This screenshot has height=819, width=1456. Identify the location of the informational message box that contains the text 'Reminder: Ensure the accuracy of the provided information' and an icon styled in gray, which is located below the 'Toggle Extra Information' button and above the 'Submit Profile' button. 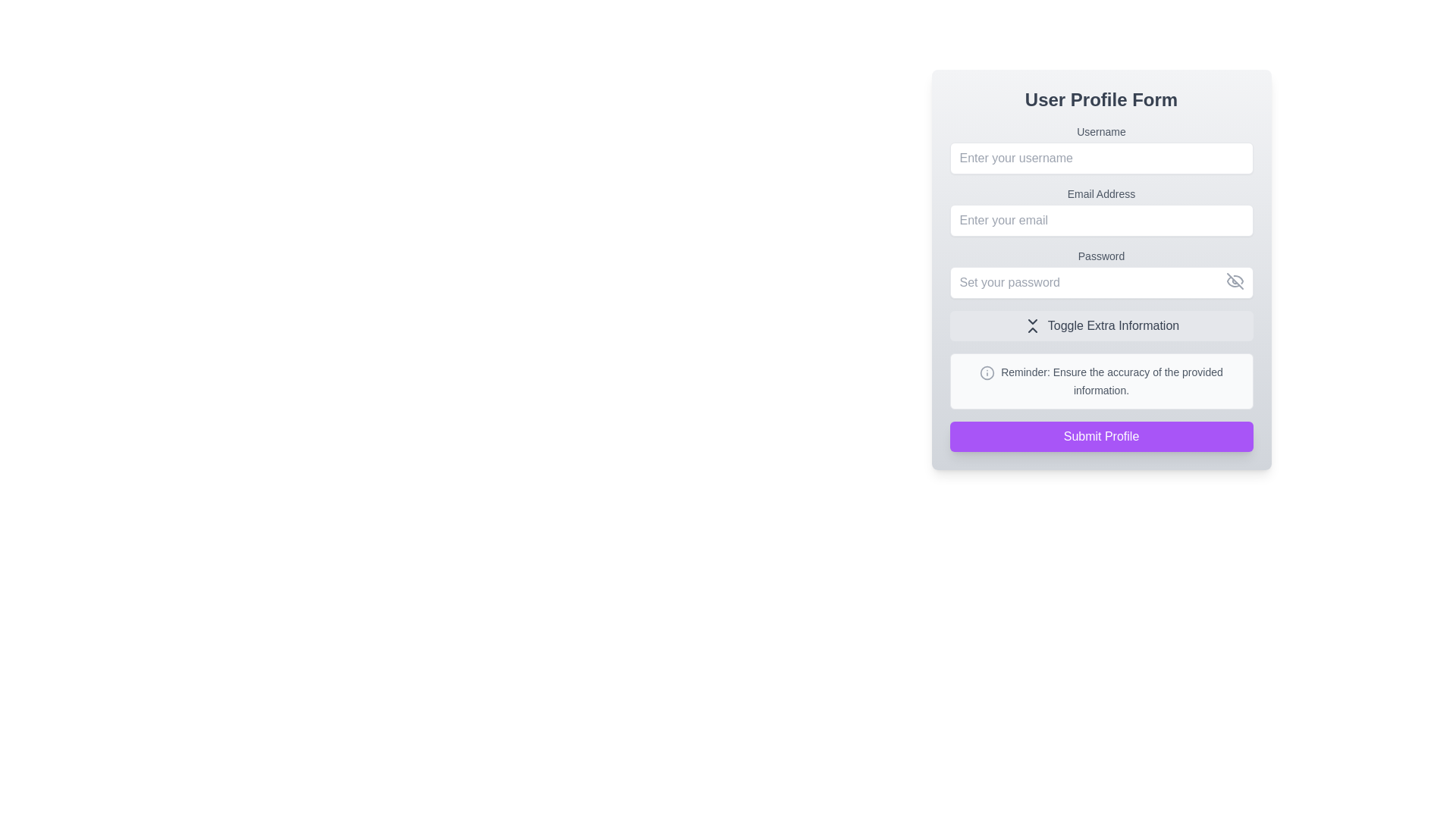
(1101, 380).